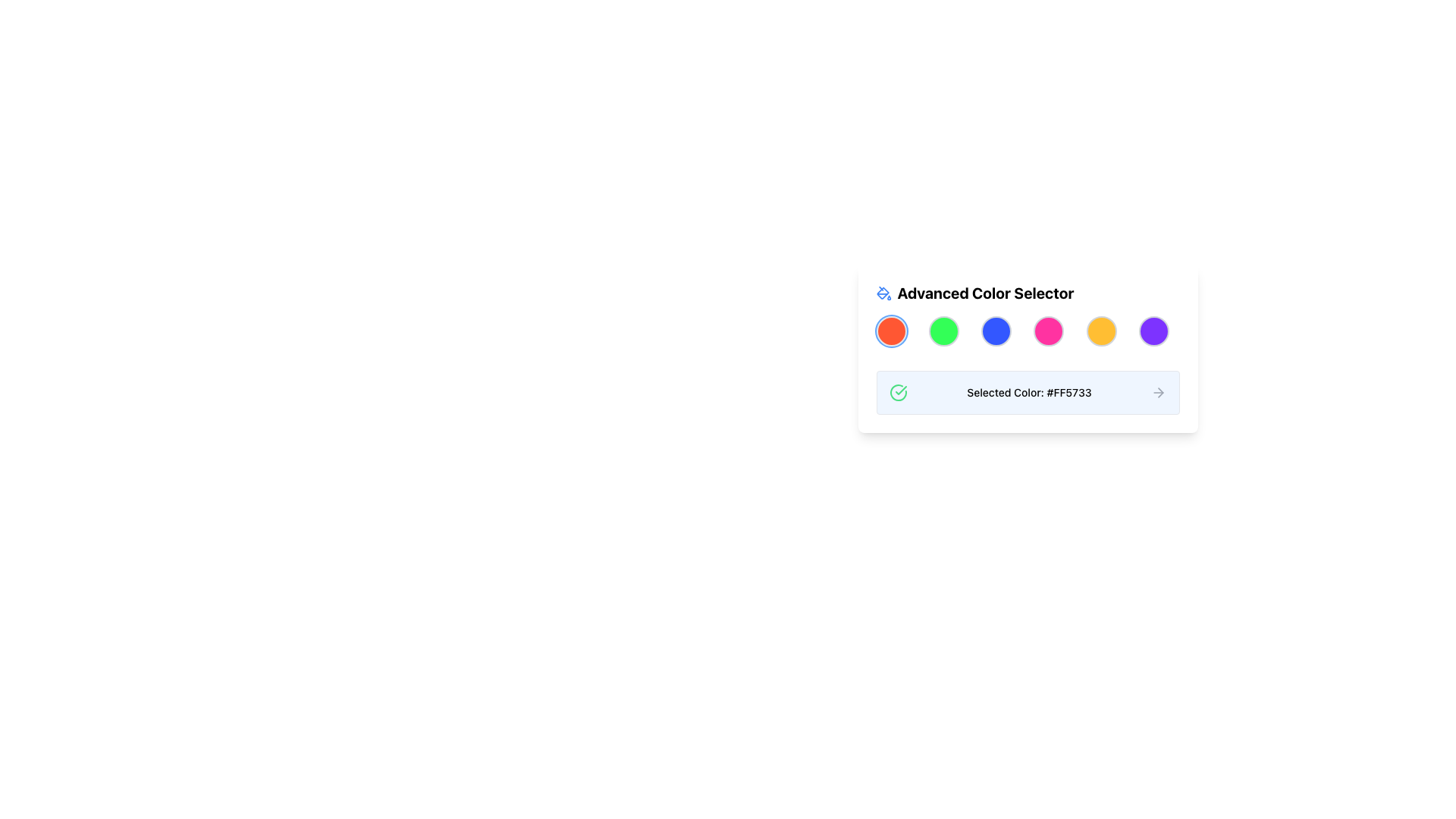 Image resolution: width=1456 pixels, height=819 pixels. Describe the element at coordinates (1153, 330) in the screenshot. I see `the last circular button in the grid, which has a purple fill and a light gray outline` at that location.